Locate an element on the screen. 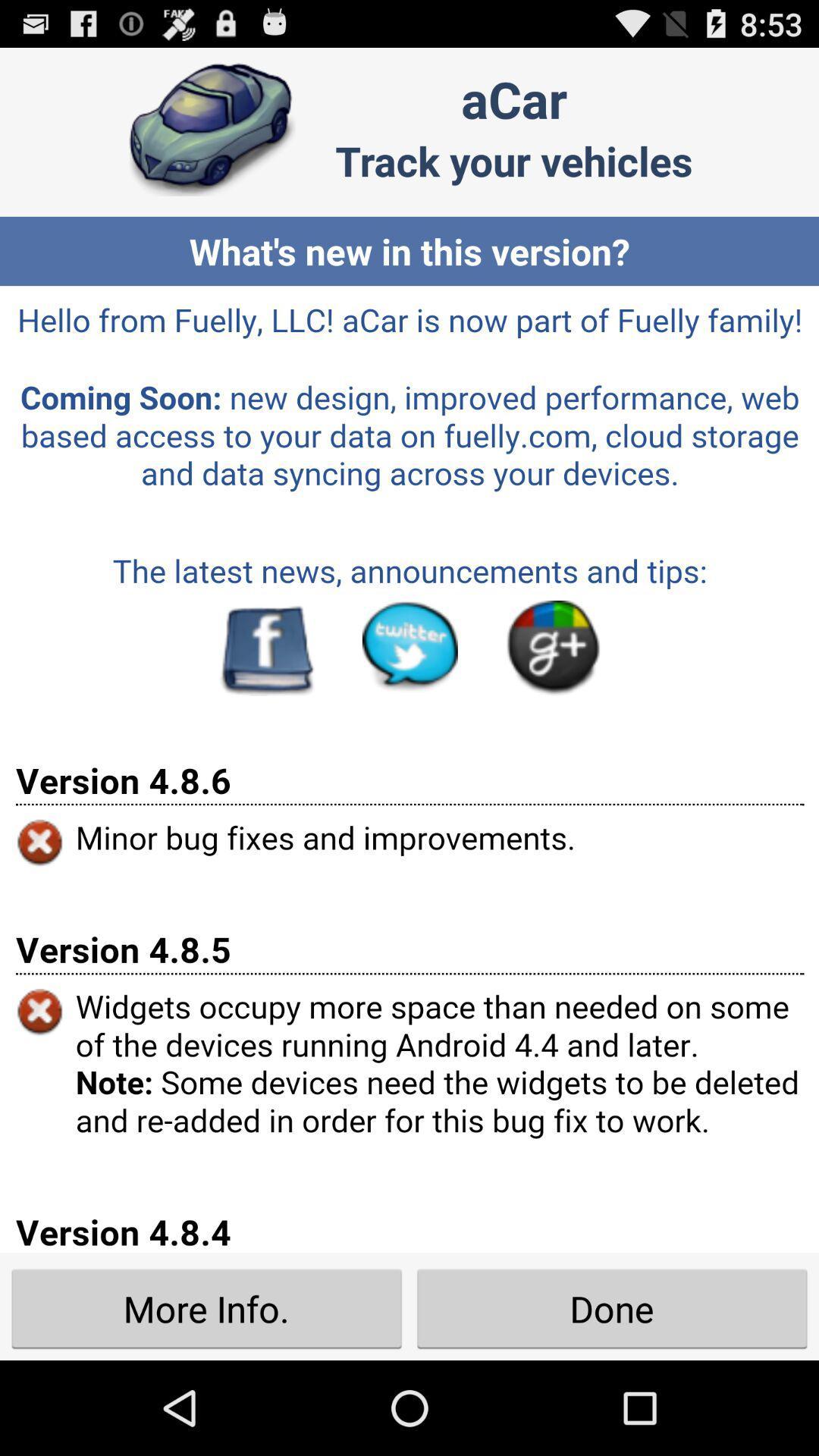 The height and width of the screenshot is (1456, 819). screen page is located at coordinates (409, 769).